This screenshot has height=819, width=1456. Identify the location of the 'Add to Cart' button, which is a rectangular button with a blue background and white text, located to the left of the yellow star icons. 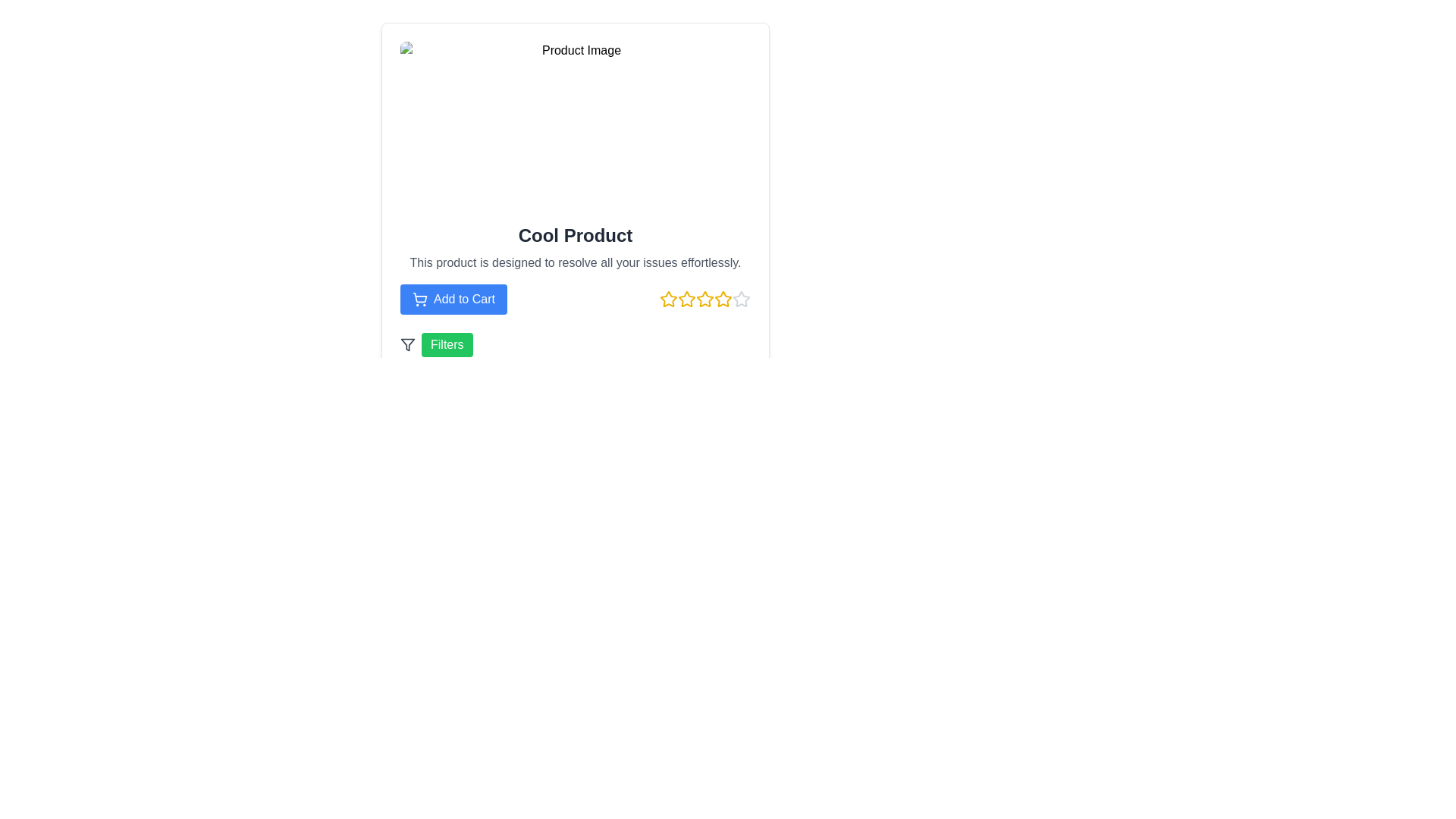
(453, 299).